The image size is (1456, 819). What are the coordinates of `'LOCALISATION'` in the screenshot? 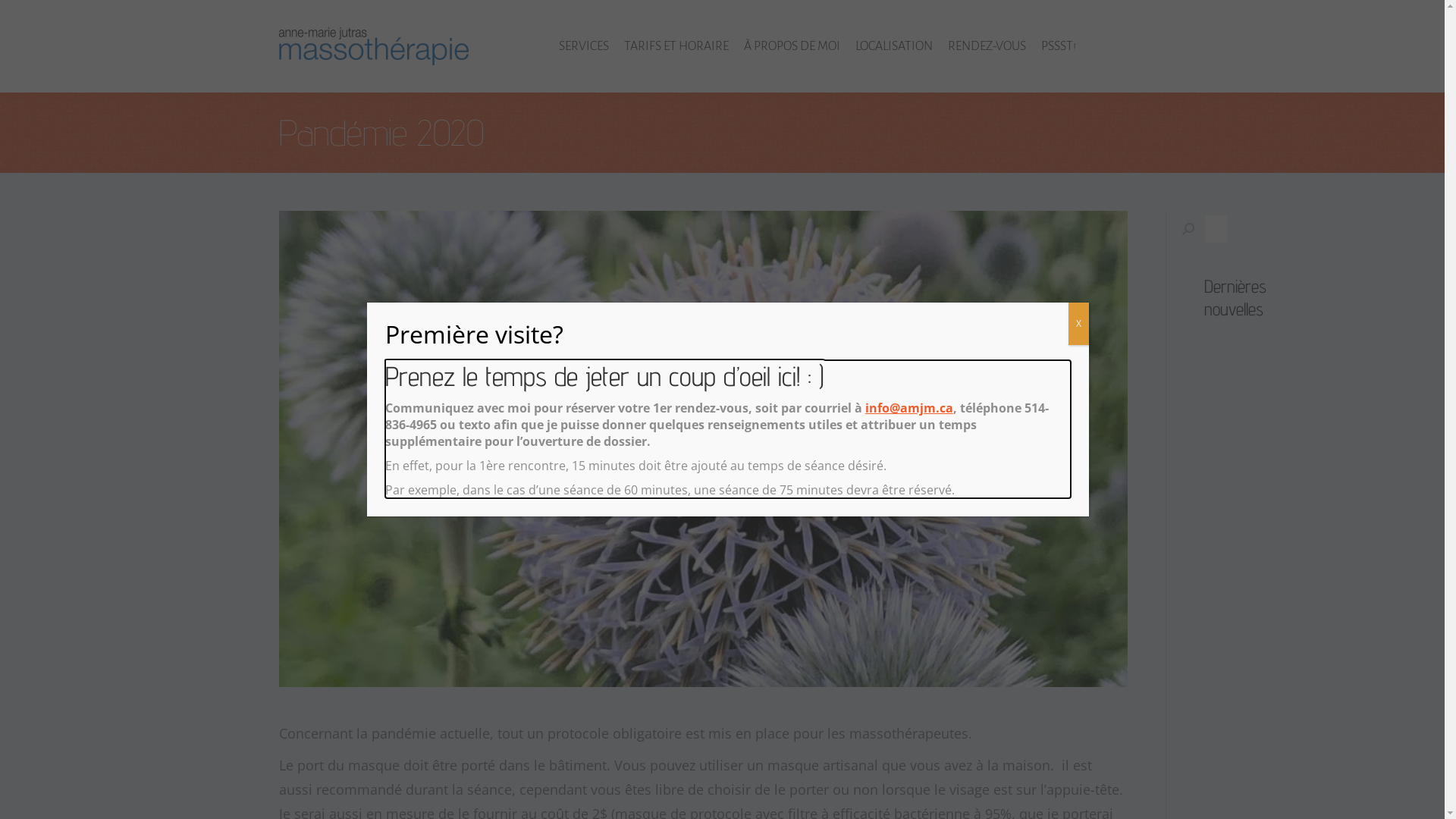 It's located at (855, 45).